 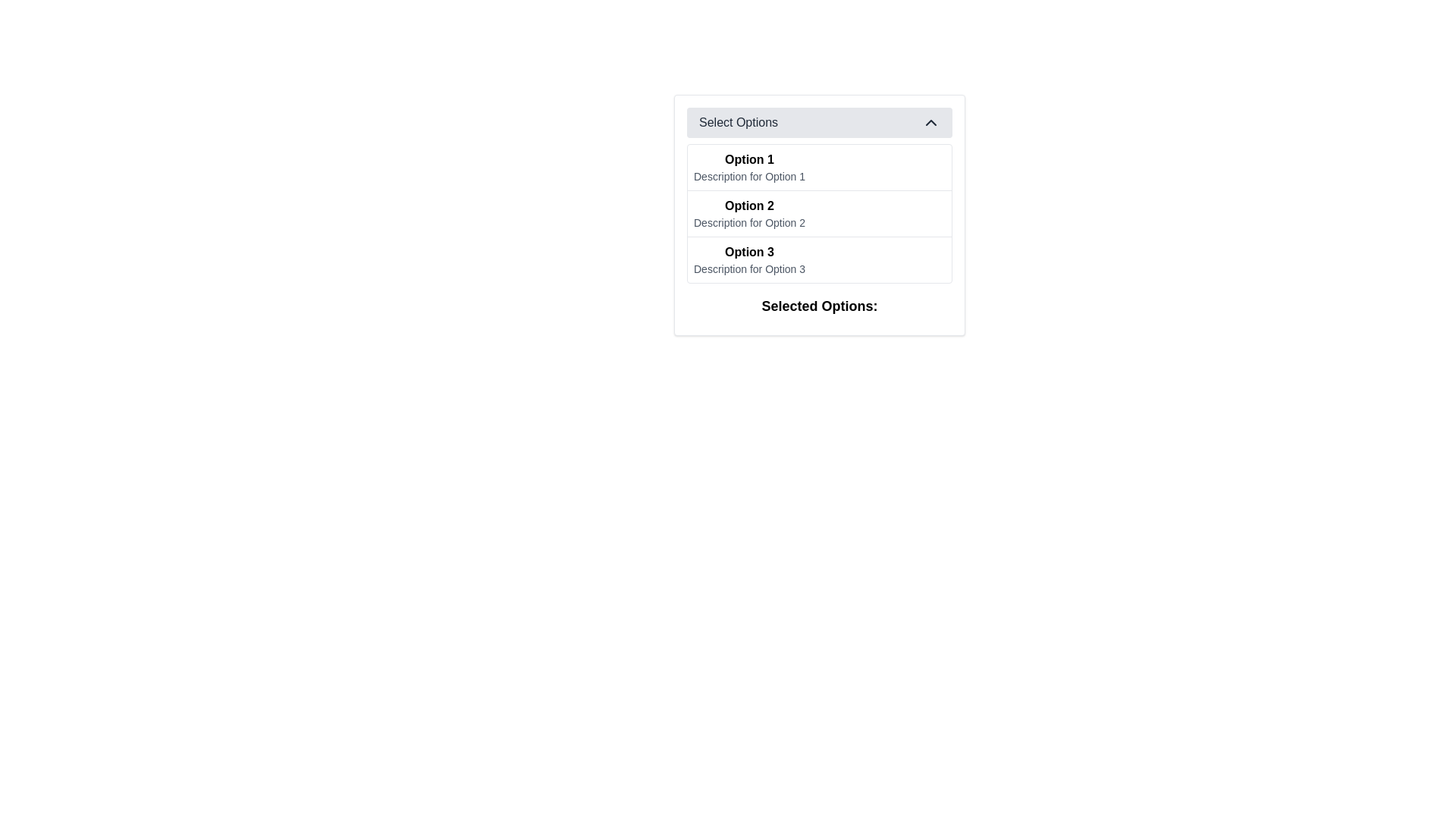 I want to click on on the first selectable option in the dropdown menu titled 'Select Options', which provides context or metadata about 'Option 1', so click(x=749, y=167).